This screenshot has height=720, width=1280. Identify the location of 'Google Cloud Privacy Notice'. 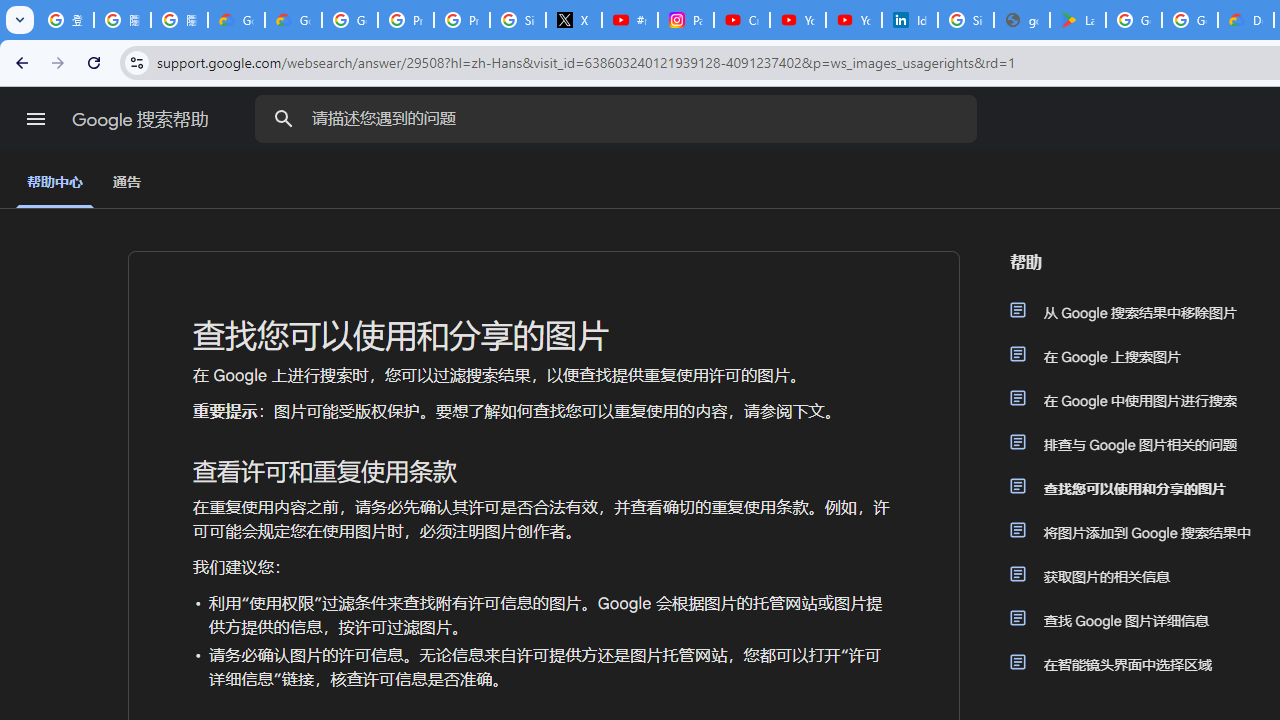
(236, 20).